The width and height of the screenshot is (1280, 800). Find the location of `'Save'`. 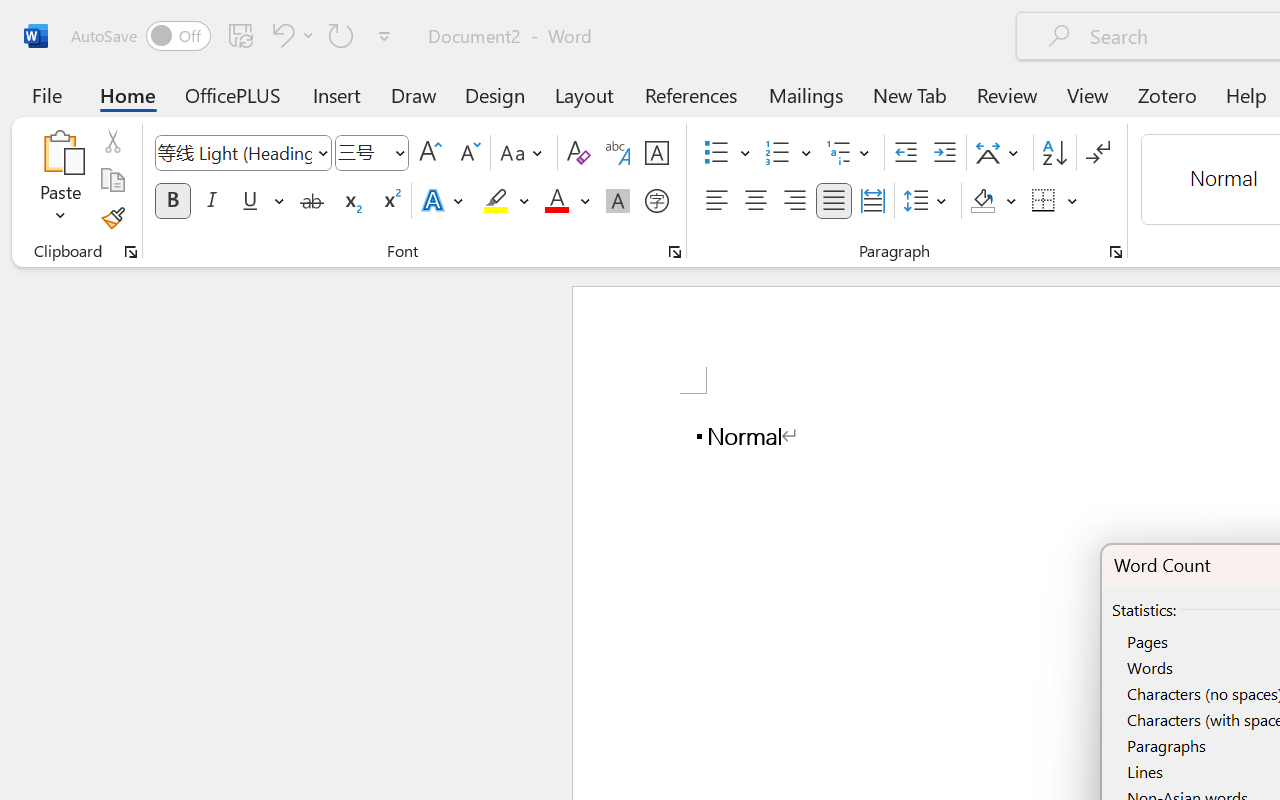

'Save' is located at coordinates (240, 34).